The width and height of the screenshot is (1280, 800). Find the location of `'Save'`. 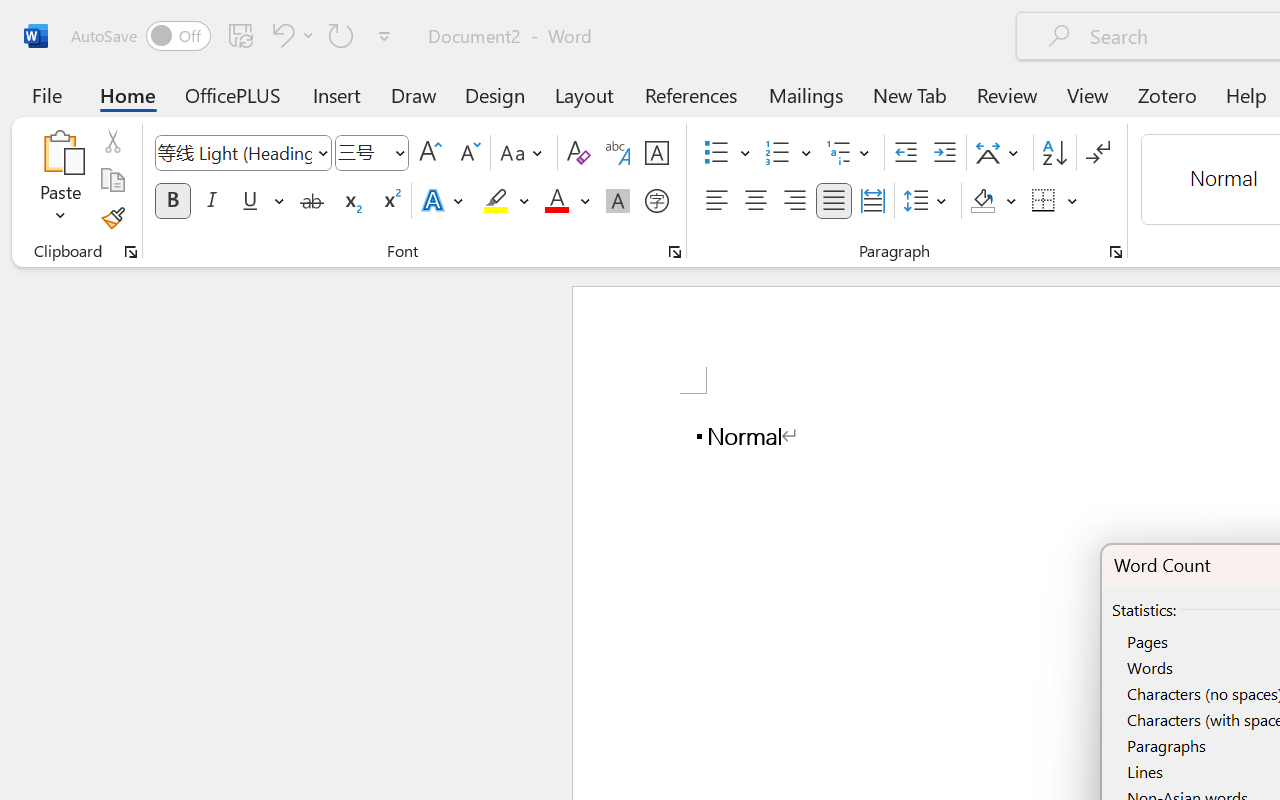

'Save' is located at coordinates (240, 34).